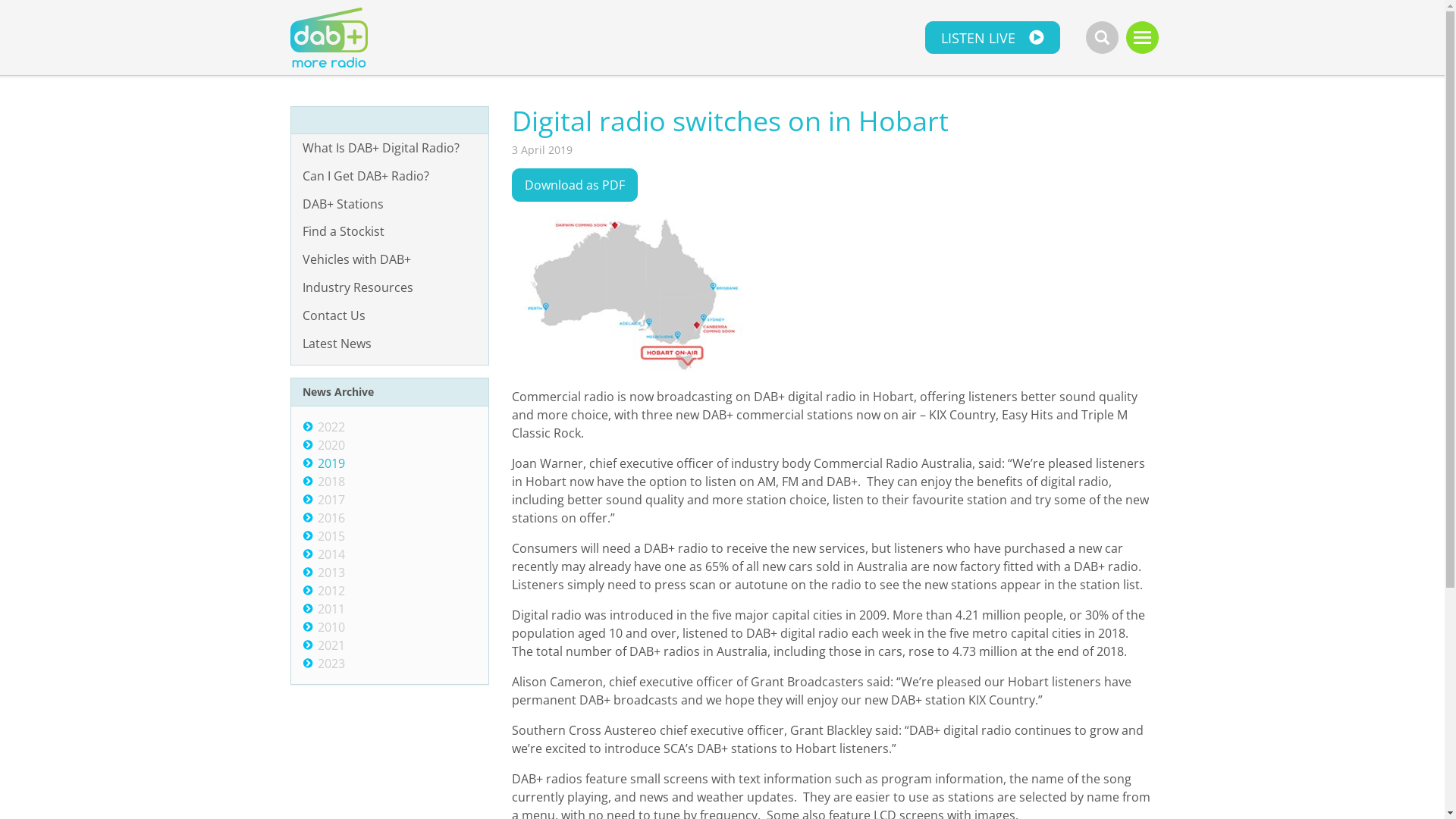  Describe the element at coordinates (330, 645) in the screenshot. I see `'2021'` at that location.